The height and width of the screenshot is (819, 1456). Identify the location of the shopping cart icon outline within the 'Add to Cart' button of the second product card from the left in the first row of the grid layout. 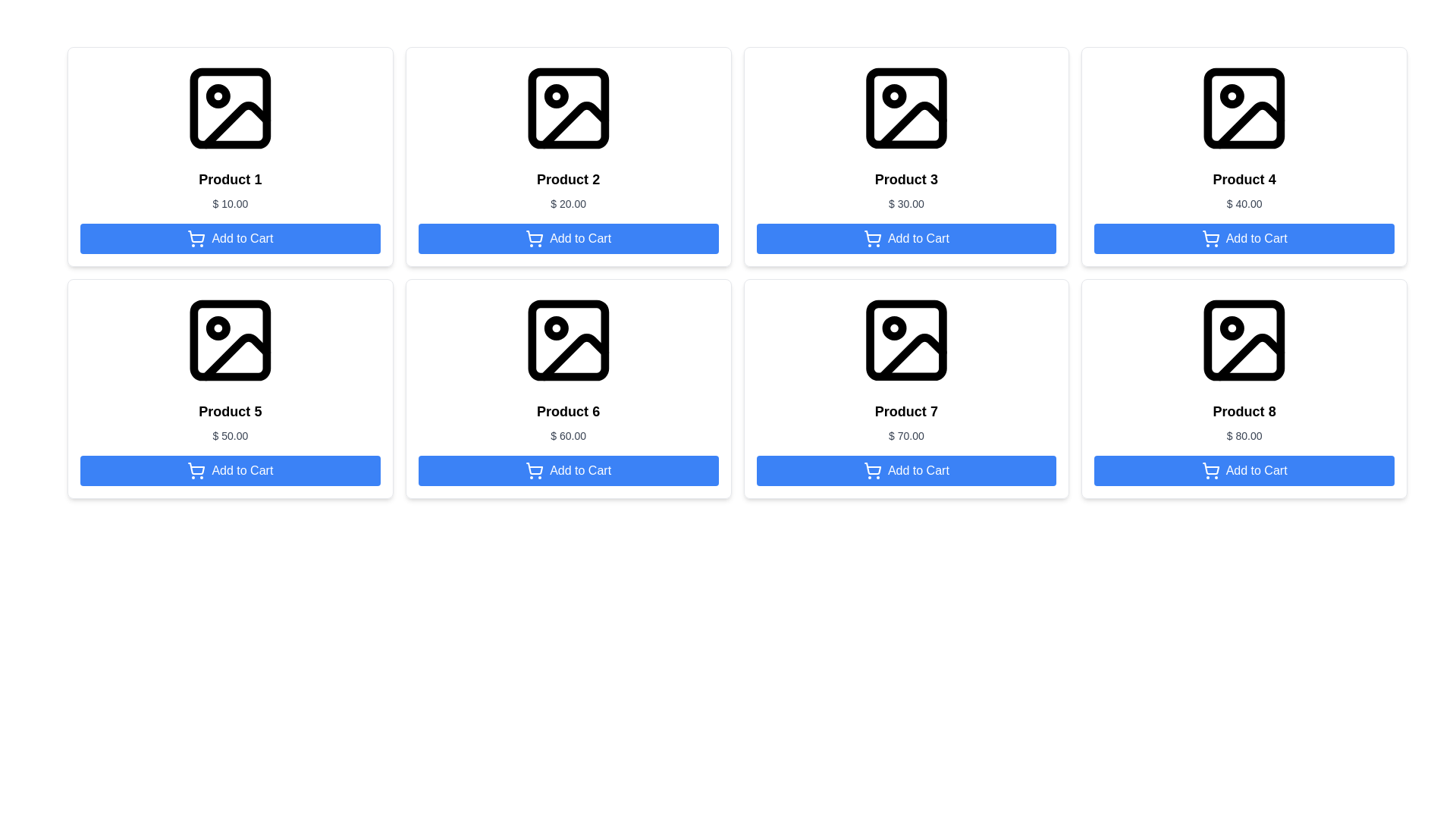
(535, 237).